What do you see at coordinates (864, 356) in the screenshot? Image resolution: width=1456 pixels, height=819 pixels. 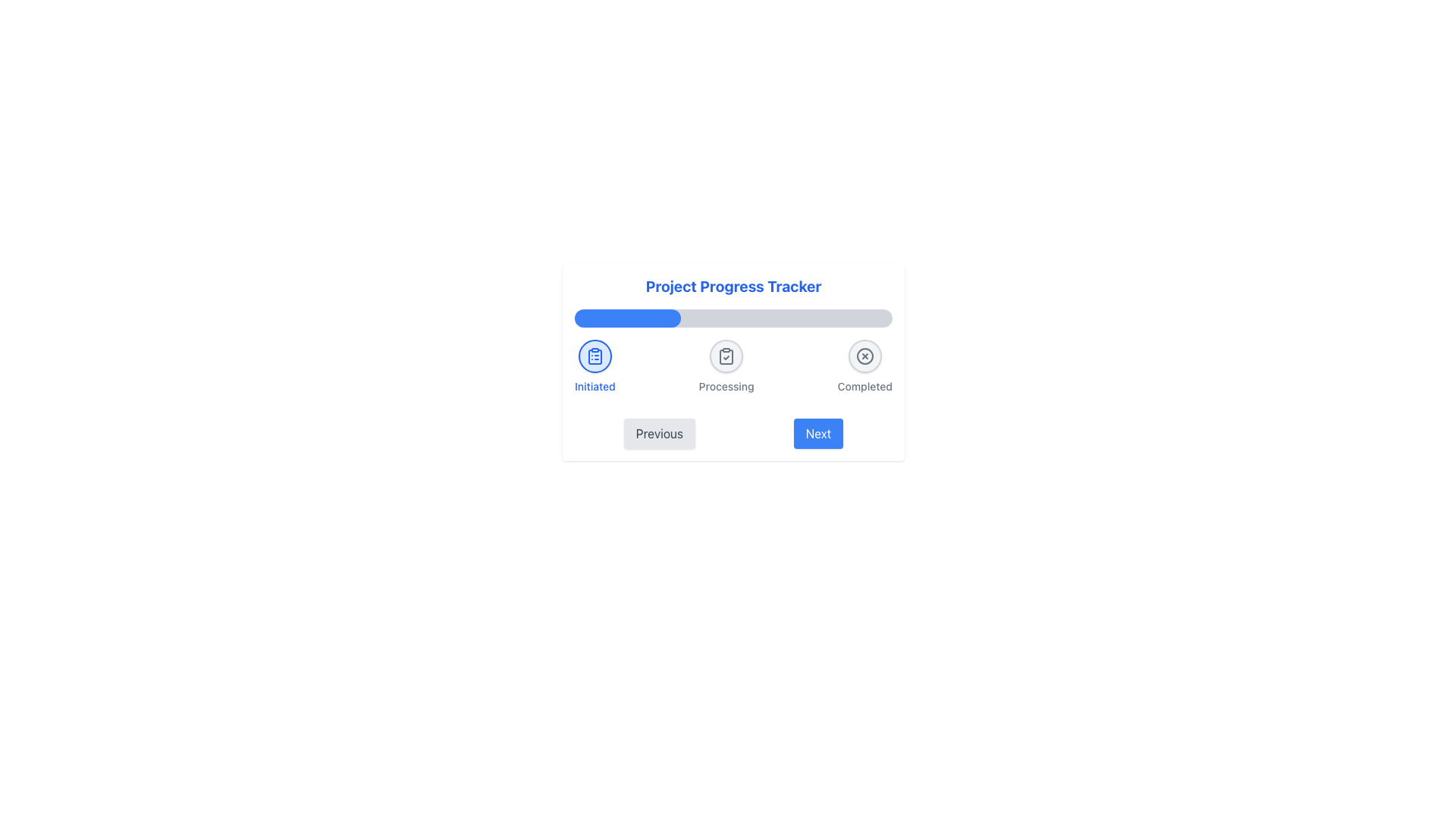 I see `the third circular icon with a gray border and light gray background that has an 'X'` at bounding box center [864, 356].